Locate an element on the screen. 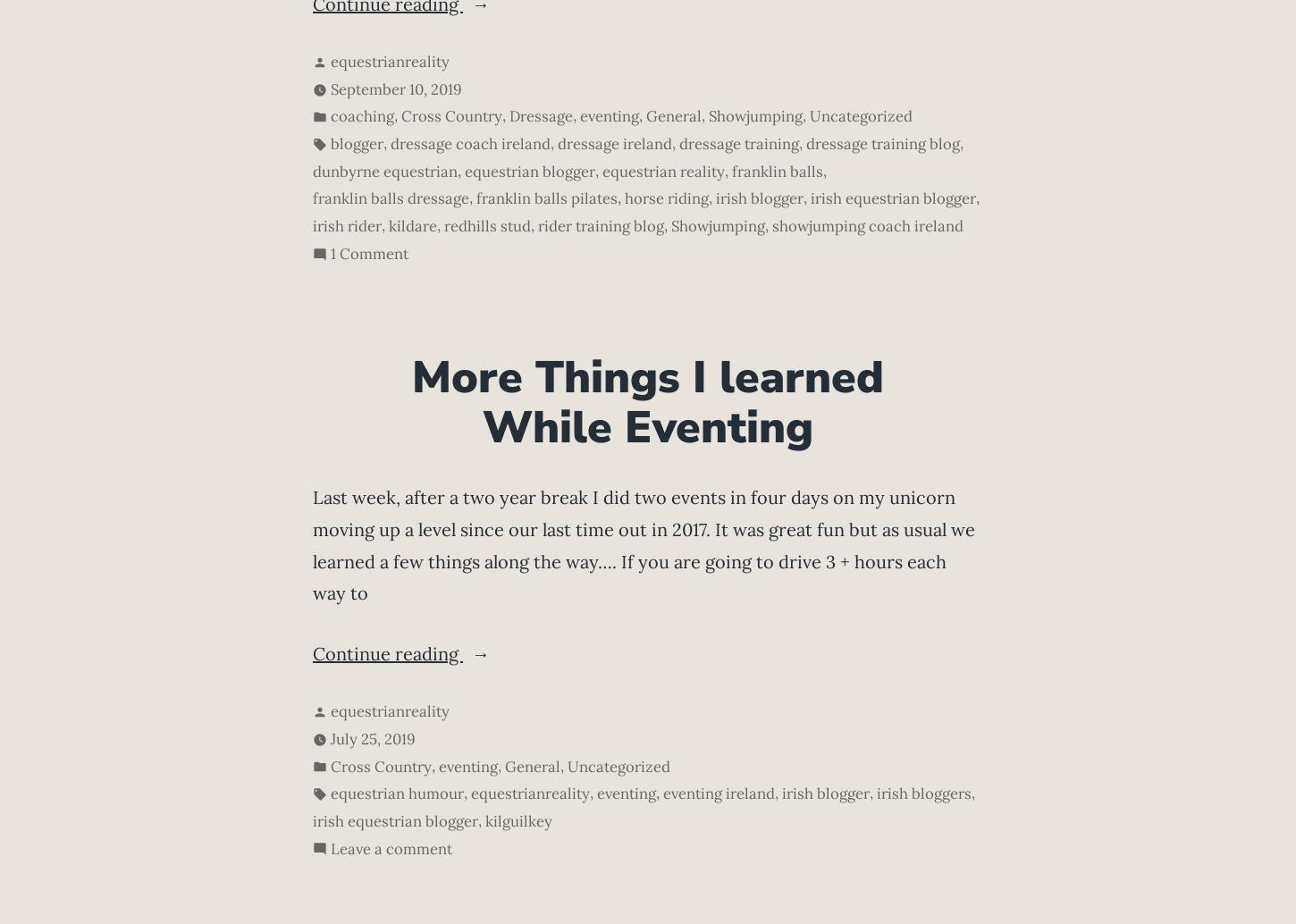 The height and width of the screenshot is (924, 1296). 'eventing ireland' is located at coordinates (719, 792).